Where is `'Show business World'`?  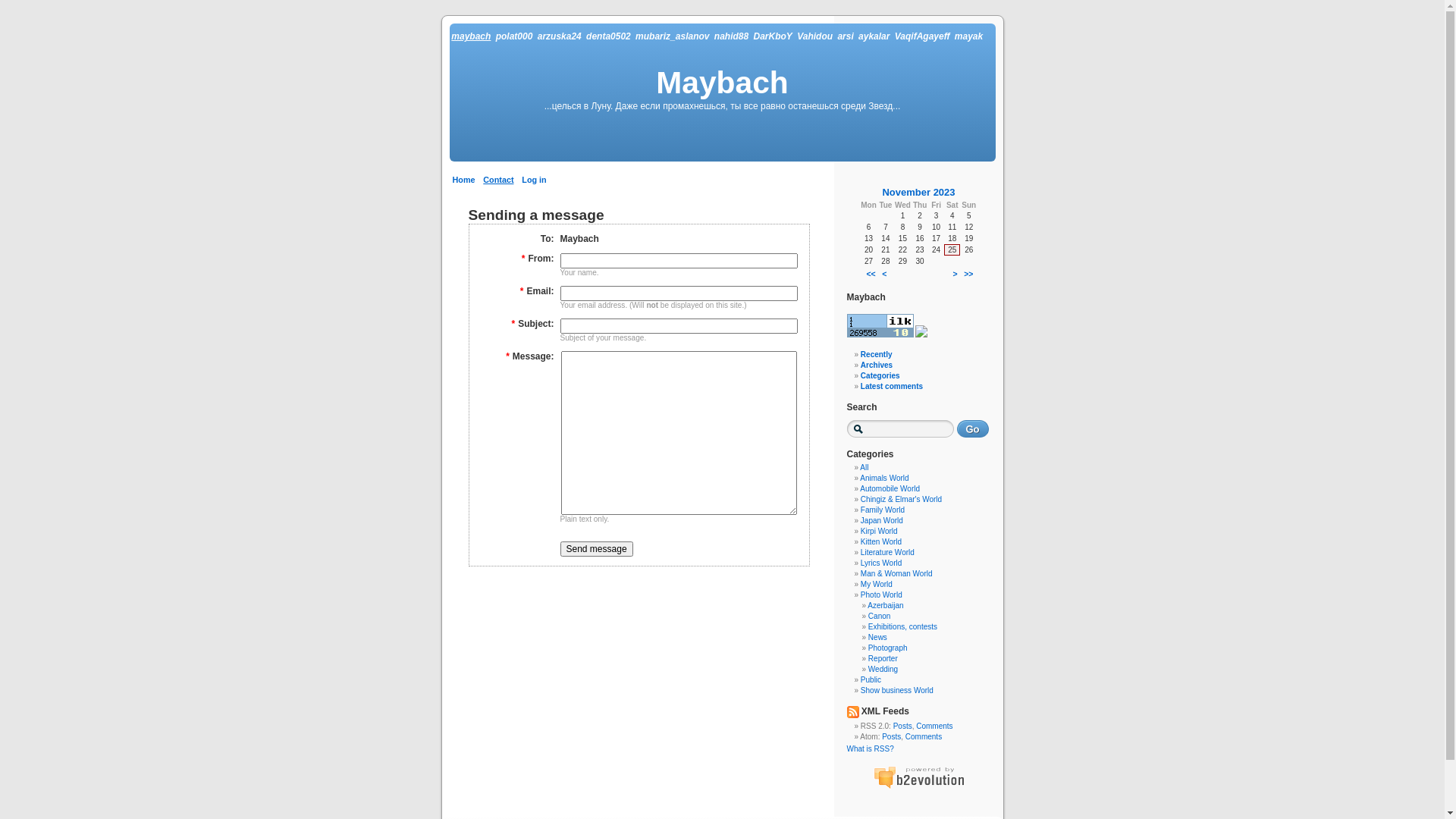 'Show business World' is located at coordinates (860, 690).